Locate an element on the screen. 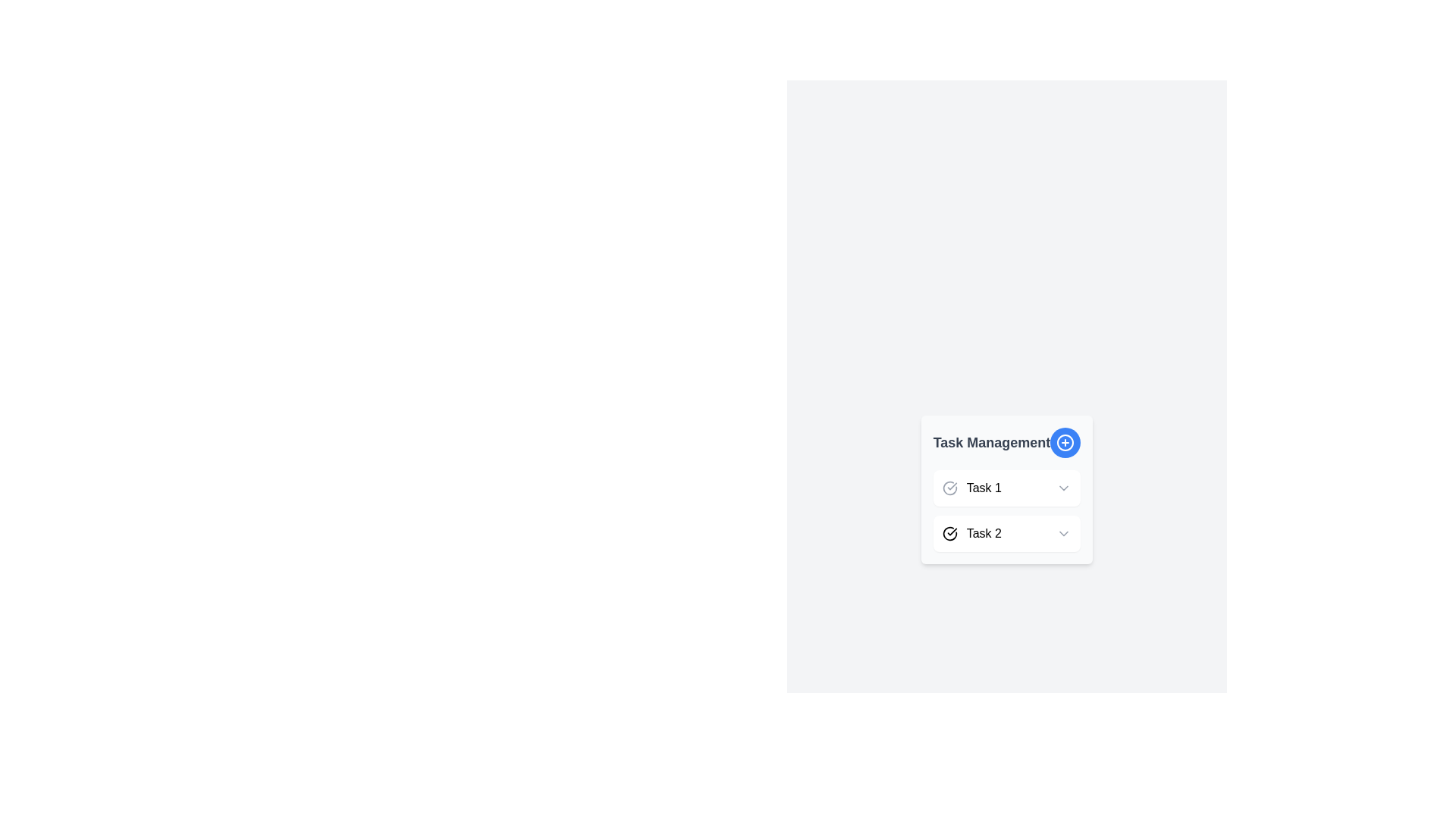 Image resolution: width=1456 pixels, height=819 pixels. the blue rounded button with white text located to the right of the 'Task Management' header is located at coordinates (1065, 442).